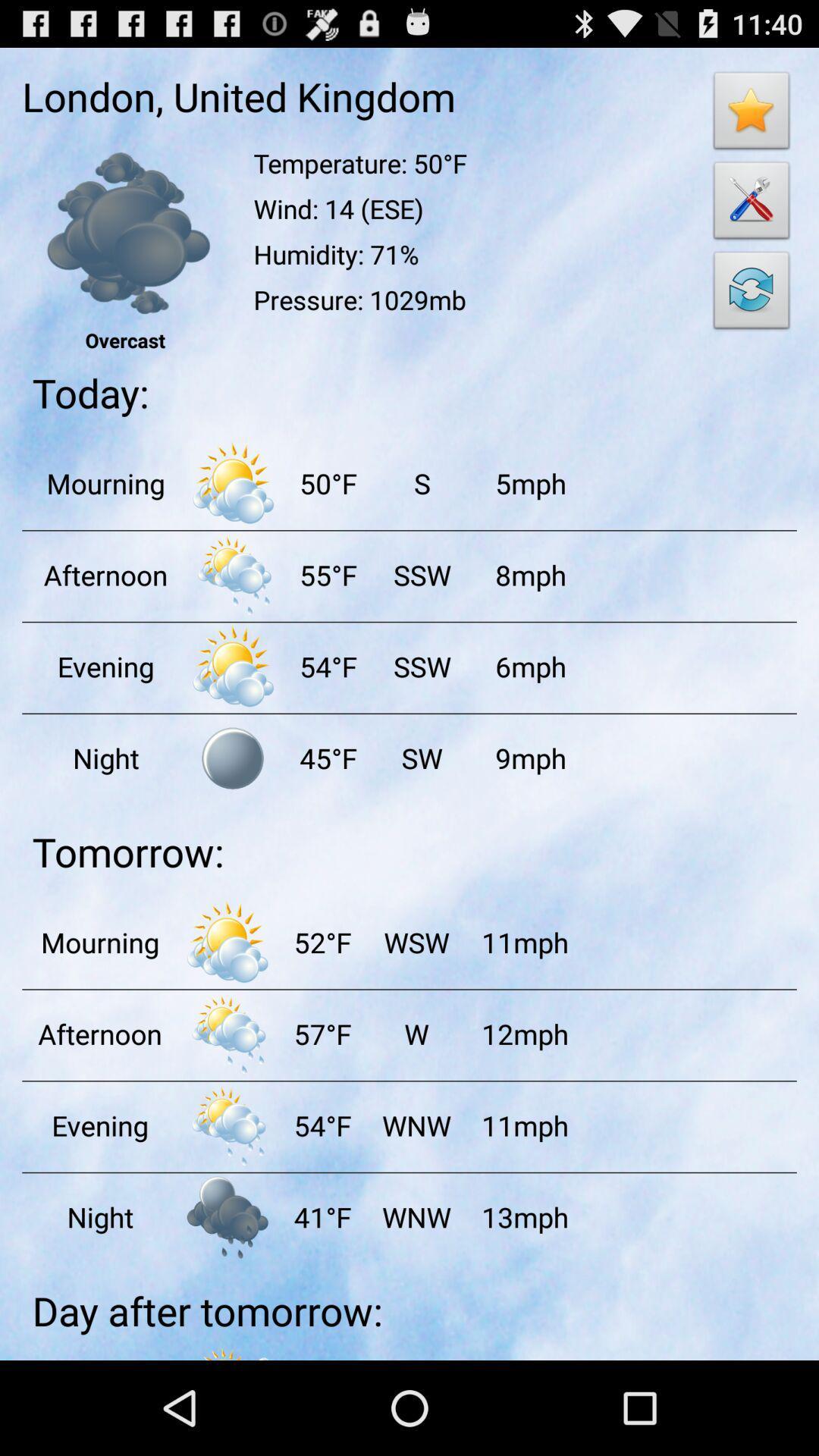 Image resolution: width=819 pixels, height=1456 pixels. I want to click on w, so click(416, 1033).